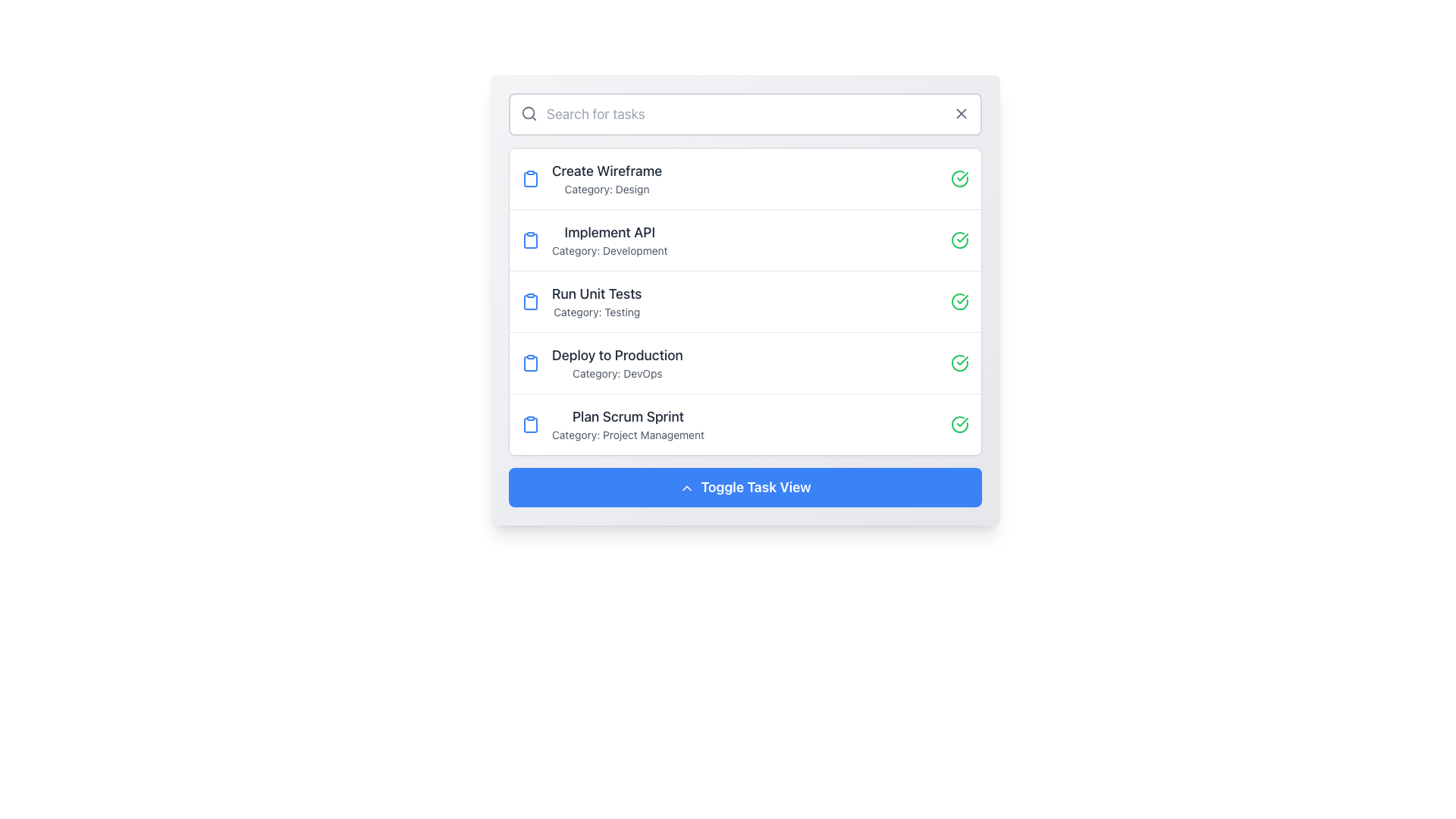 The image size is (1456, 819). Describe the element at coordinates (628, 417) in the screenshot. I see `the fifth text label in the vertically aligned list of task items, which serves as a title for a task, located between 'Deploy to Production' and a blue button labeled 'Toggle Task View'` at that location.